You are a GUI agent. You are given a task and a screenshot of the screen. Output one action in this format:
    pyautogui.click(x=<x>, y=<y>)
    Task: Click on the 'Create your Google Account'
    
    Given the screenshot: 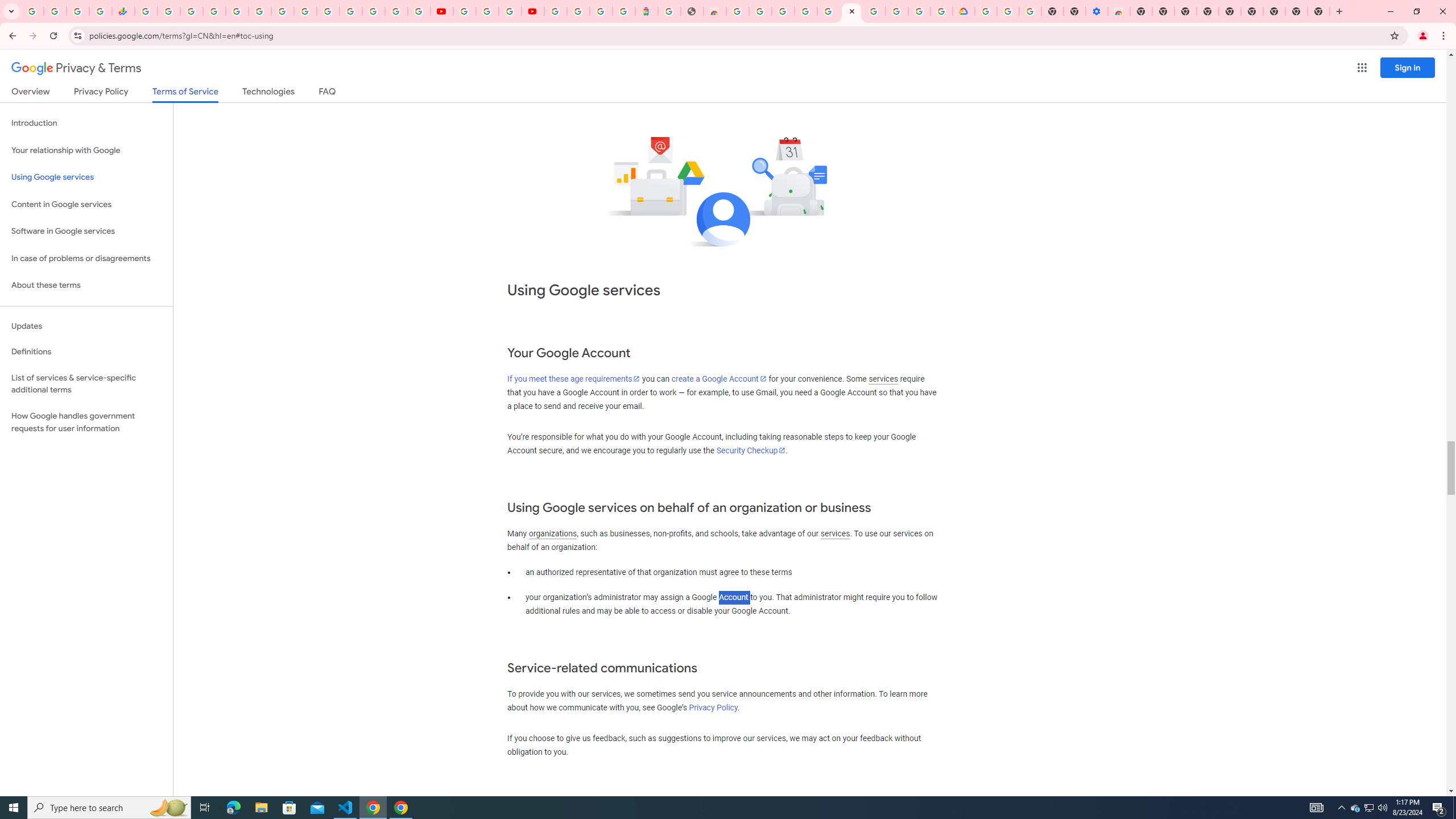 What is the action you would take?
    pyautogui.click(x=510, y=11)
    